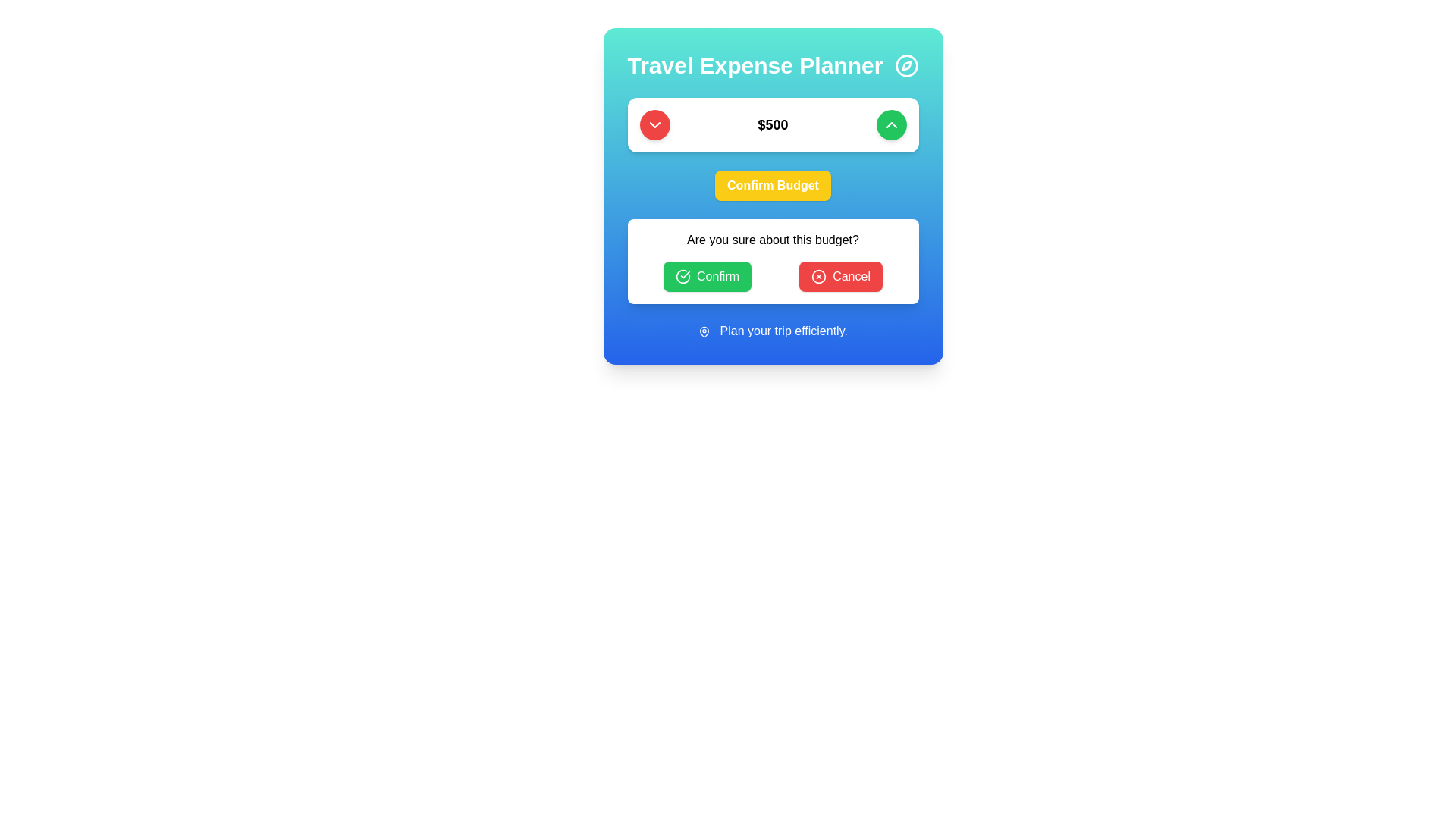 The height and width of the screenshot is (819, 1456). I want to click on the confirmation button located centrally within the card structure to confirm the currently set budget value, so click(773, 195).